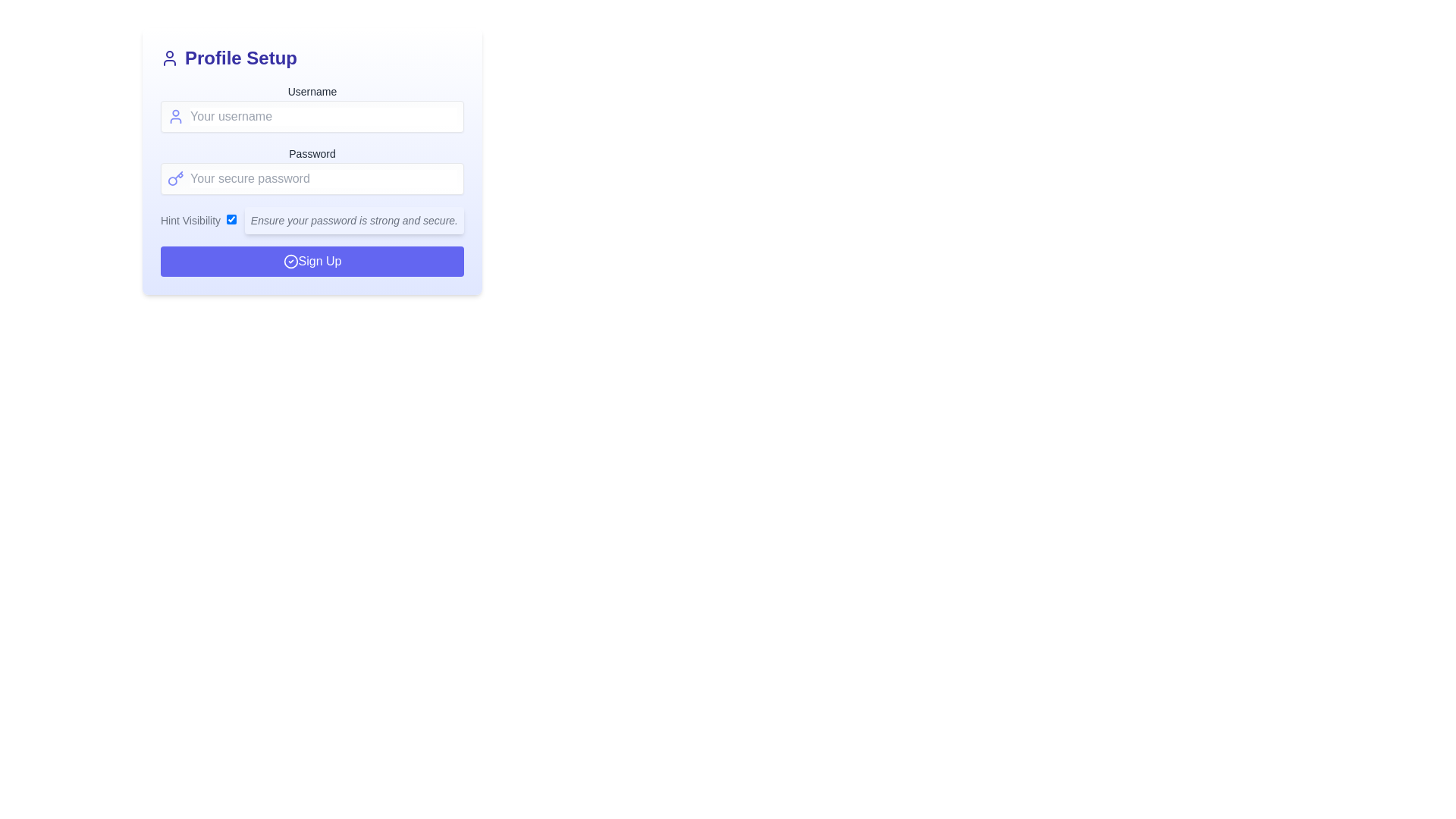  I want to click on the purple 'Sign Up' Submit button located at the bottom of the 'Profile Setup' panel, so click(312, 260).